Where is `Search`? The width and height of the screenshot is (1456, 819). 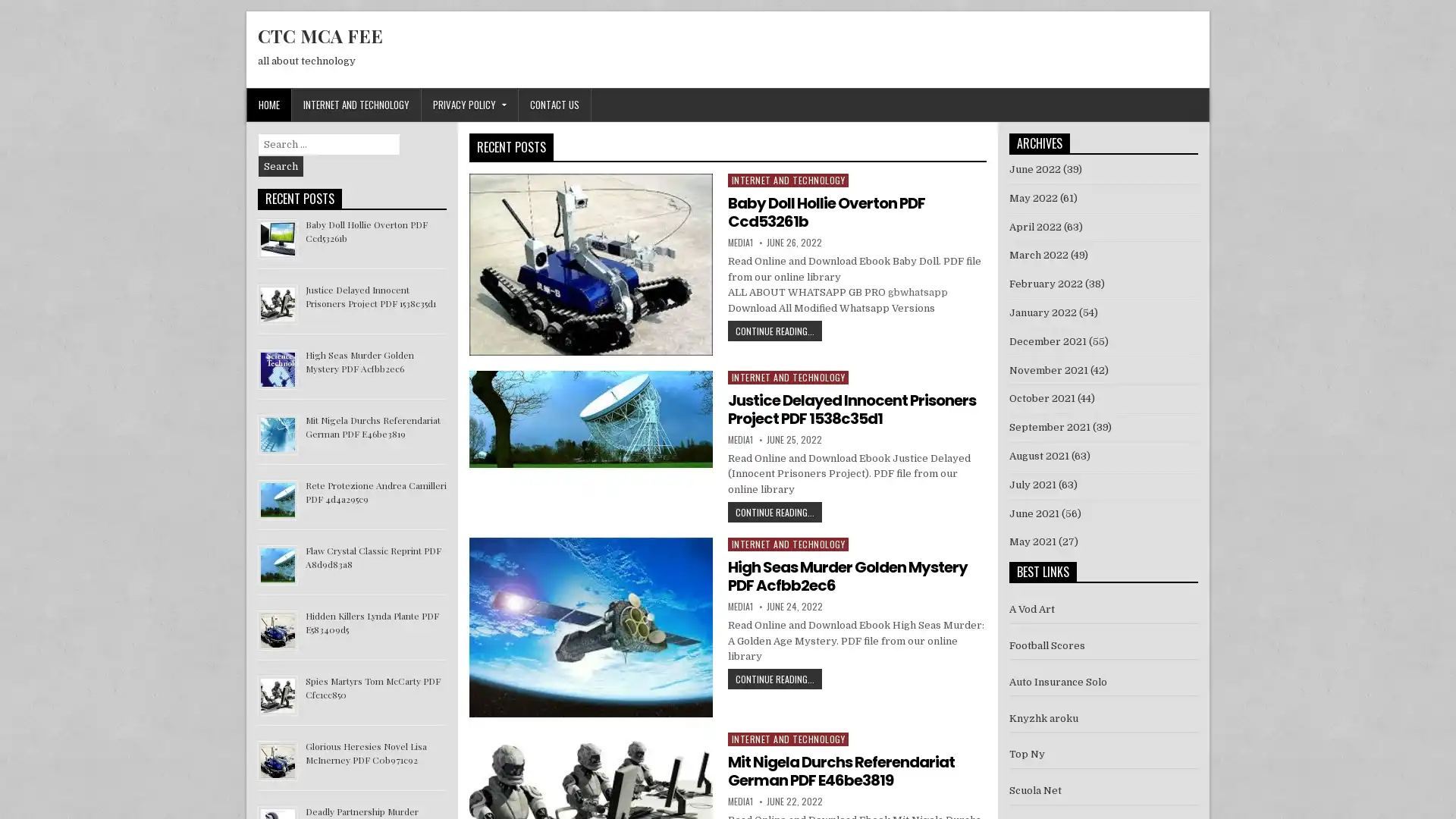
Search is located at coordinates (281, 166).